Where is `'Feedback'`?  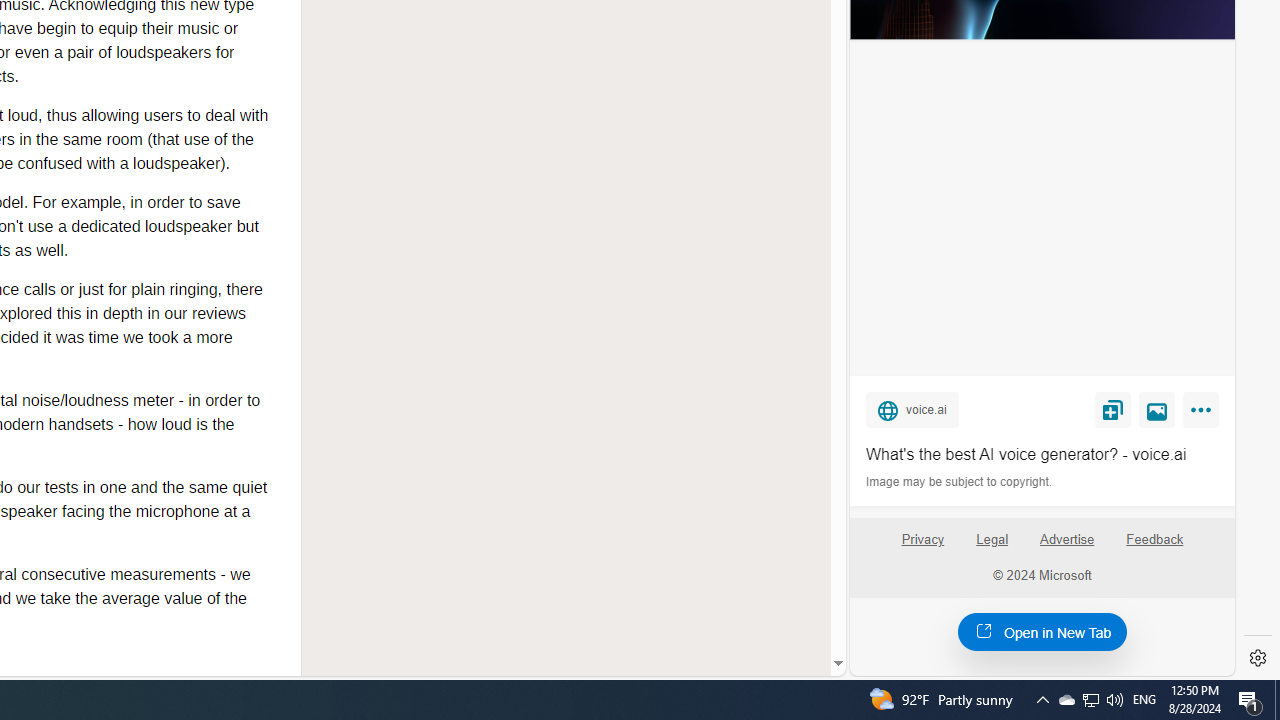
'Feedback' is located at coordinates (1155, 547).